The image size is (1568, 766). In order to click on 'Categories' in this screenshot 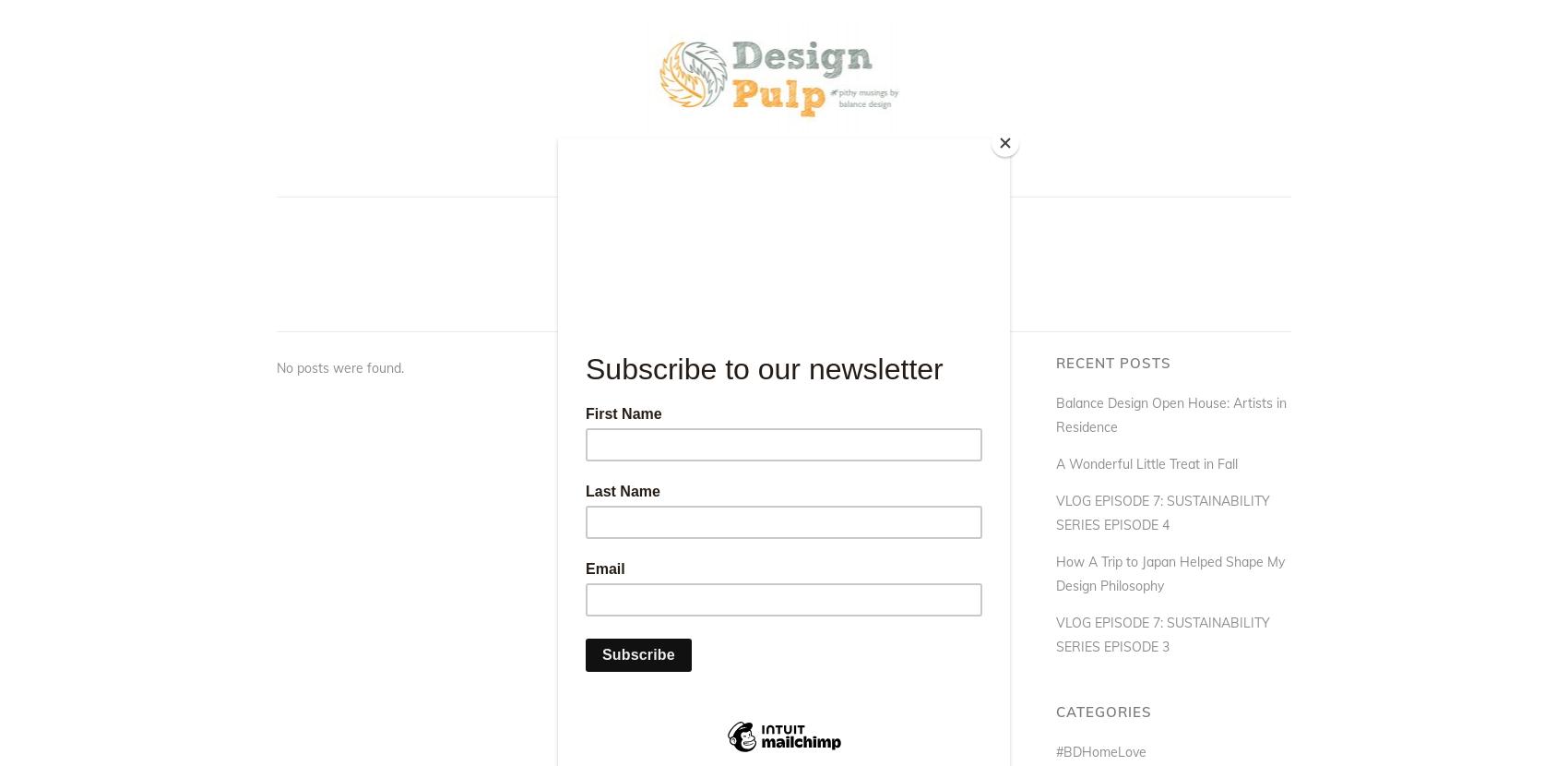, I will do `click(1102, 712)`.